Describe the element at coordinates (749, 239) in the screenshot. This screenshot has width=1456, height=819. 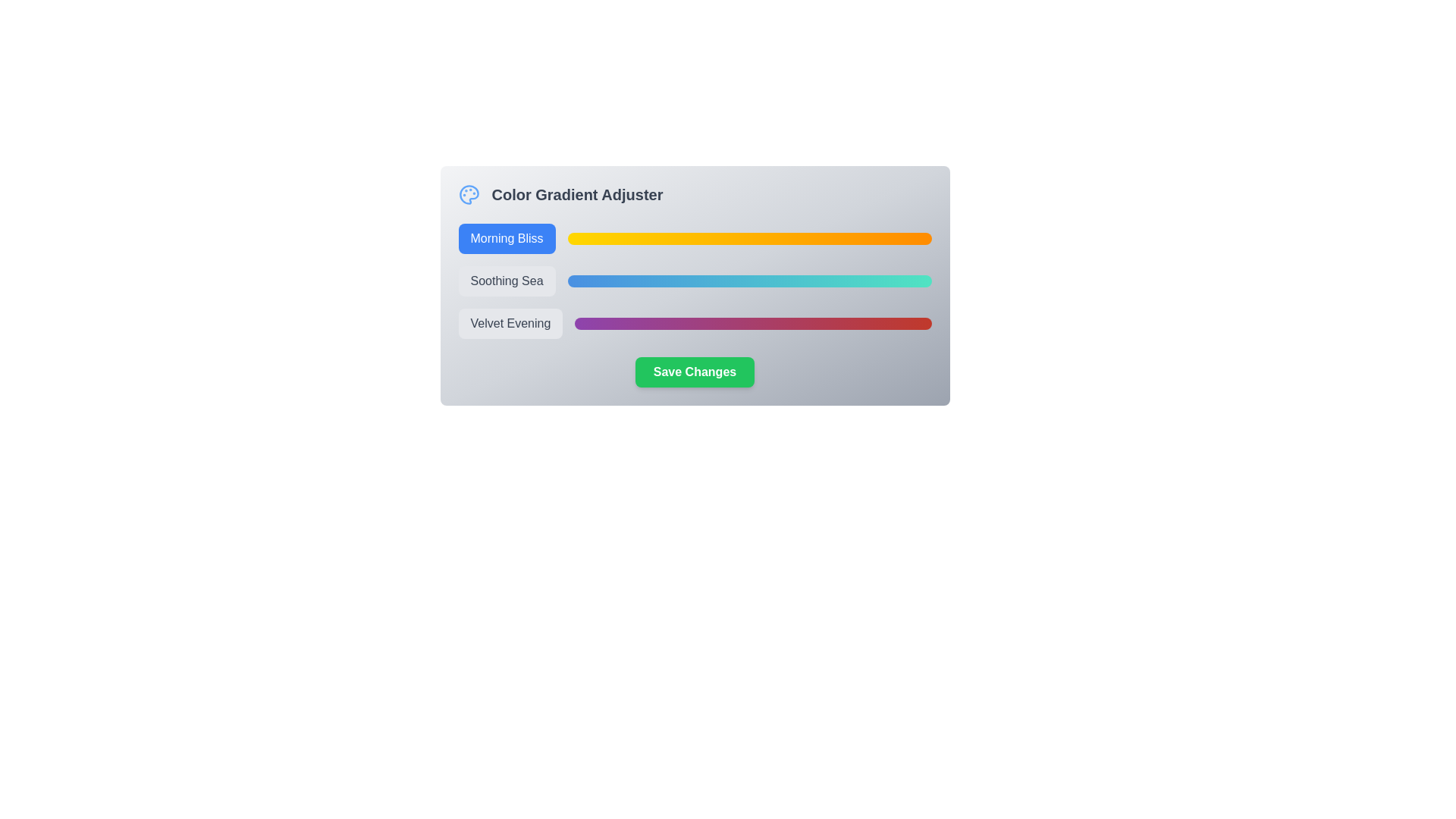
I see `the gradient preview bar associated with Morning Bliss to observe its gradient` at that location.